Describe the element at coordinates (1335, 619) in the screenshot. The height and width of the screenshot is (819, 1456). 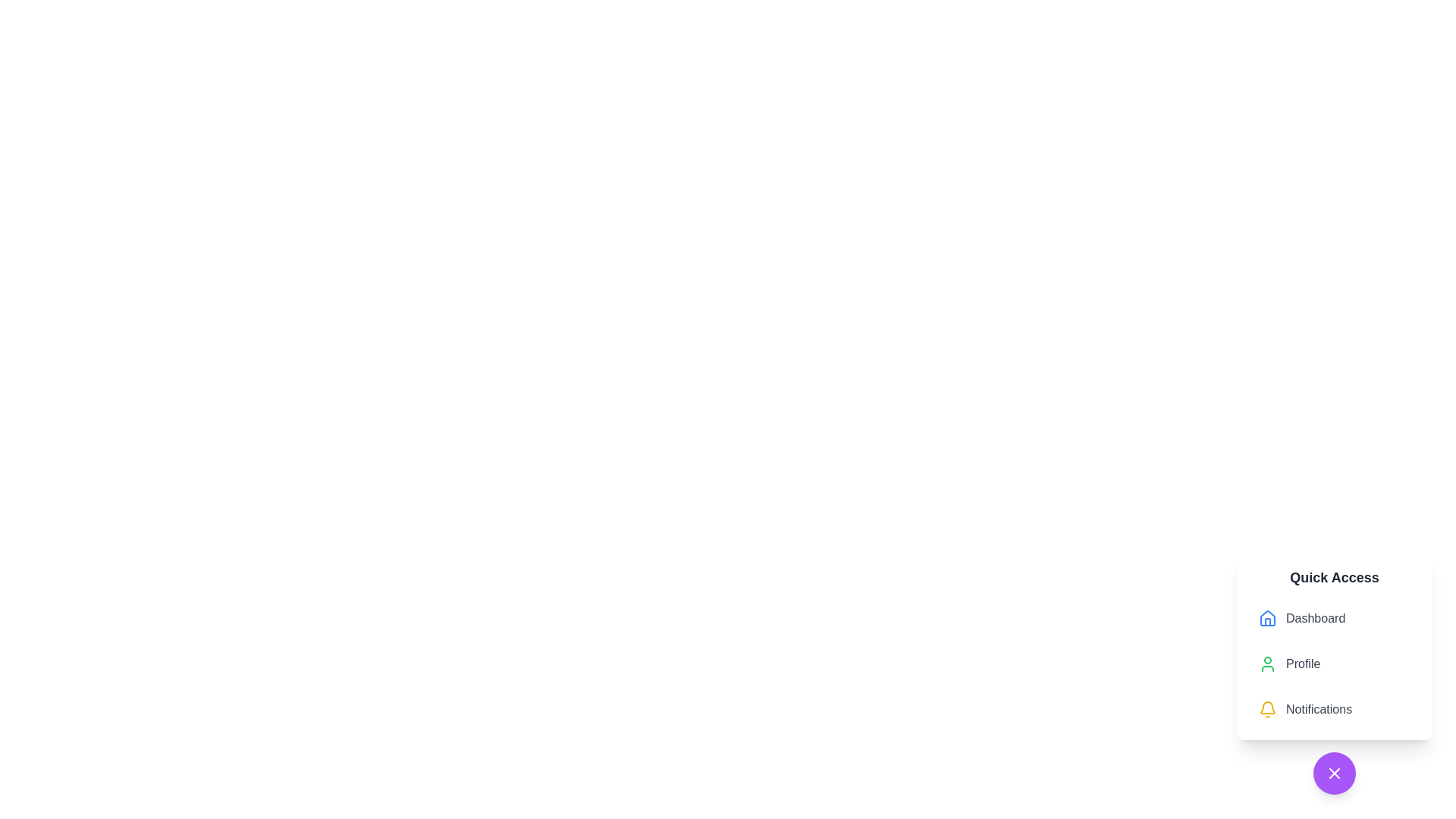
I see `the 'Dashboard' button, which features a house icon and gray text, located at the top of the 'Quick Access' menu` at that location.